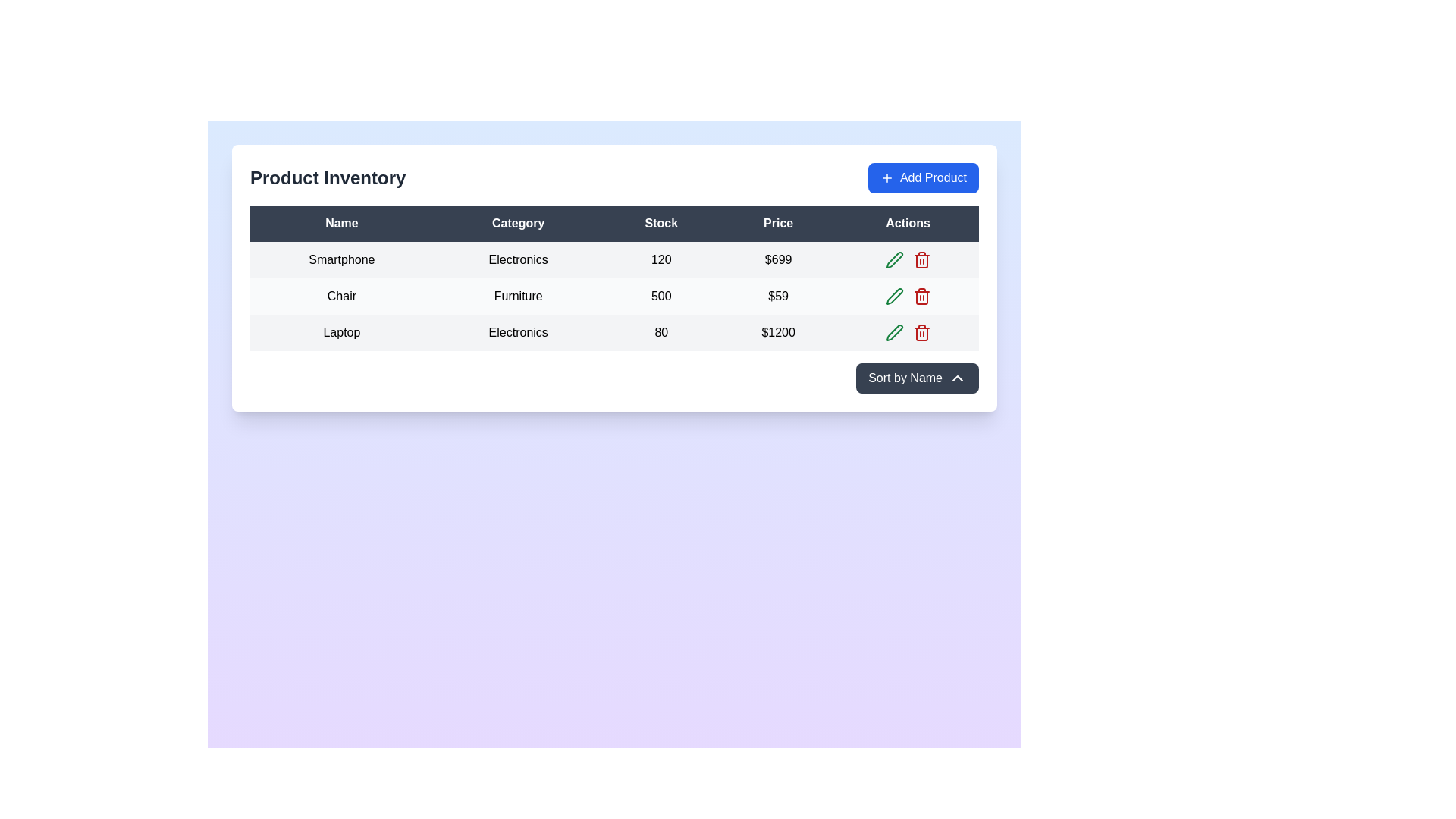 The height and width of the screenshot is (819, 1456). What do you see at coordinates (921, 332) in the screenshot?
I see `the red trash bin icon in the 'Actions' column of the table` at bounding box center [921, 332].